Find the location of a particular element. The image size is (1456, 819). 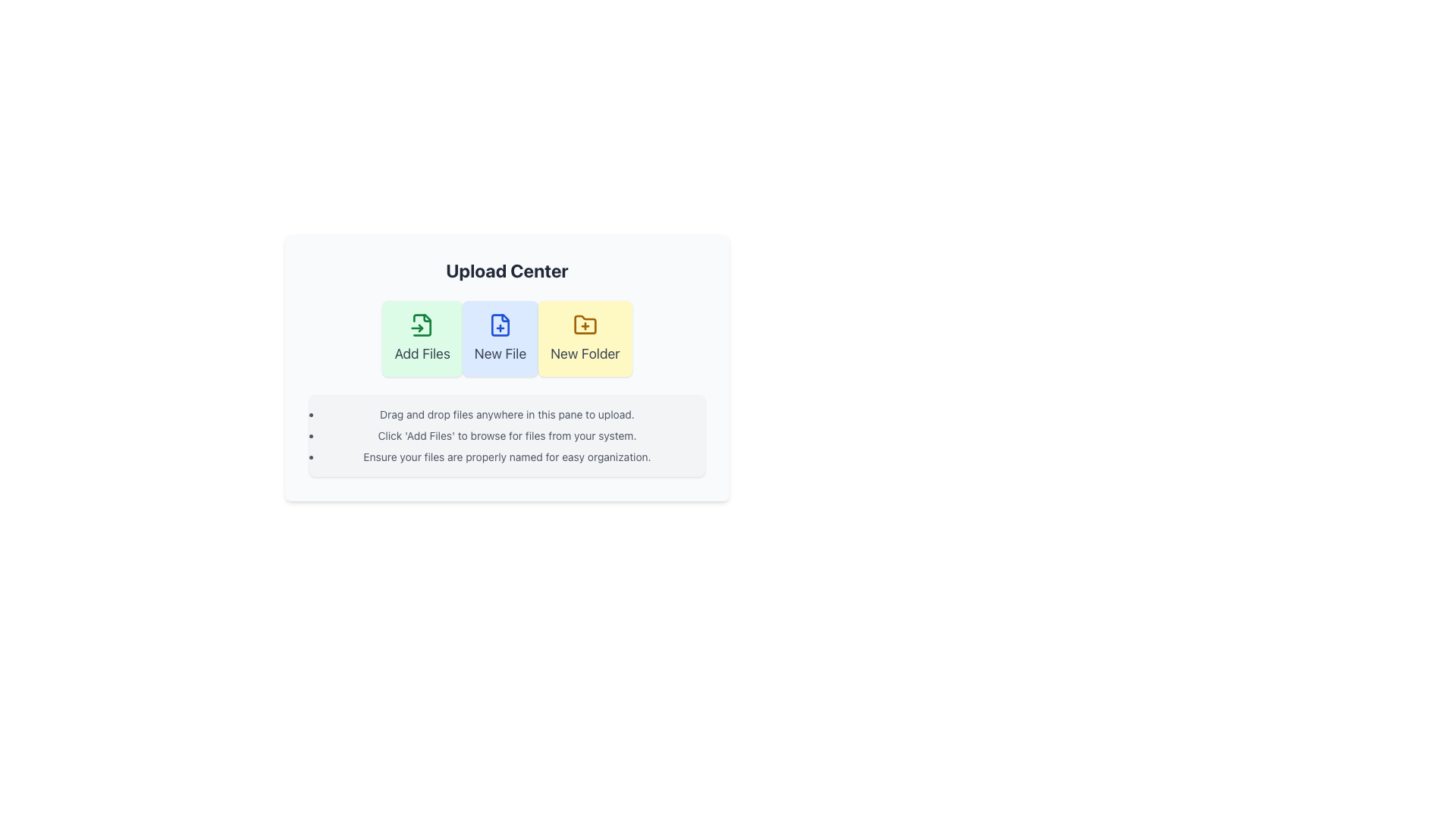

the 'New Folder' text label, which is displayed in a bold medium gray font and is positioned centrally under a yellow background card is located at coordinates (584, 353).